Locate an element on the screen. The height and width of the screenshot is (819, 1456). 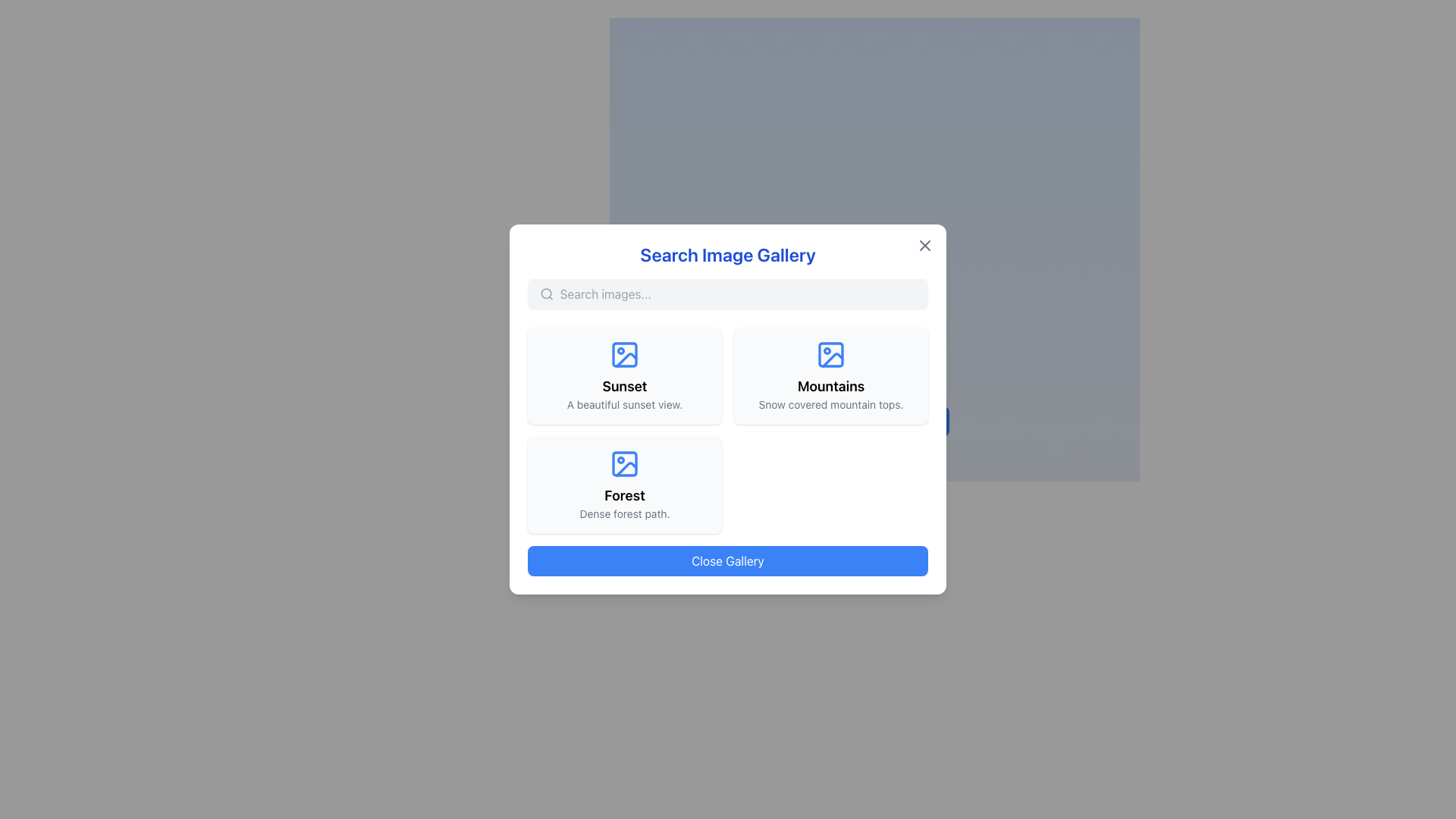
the 'Mountains' category card is located at coordinates (830, 375).